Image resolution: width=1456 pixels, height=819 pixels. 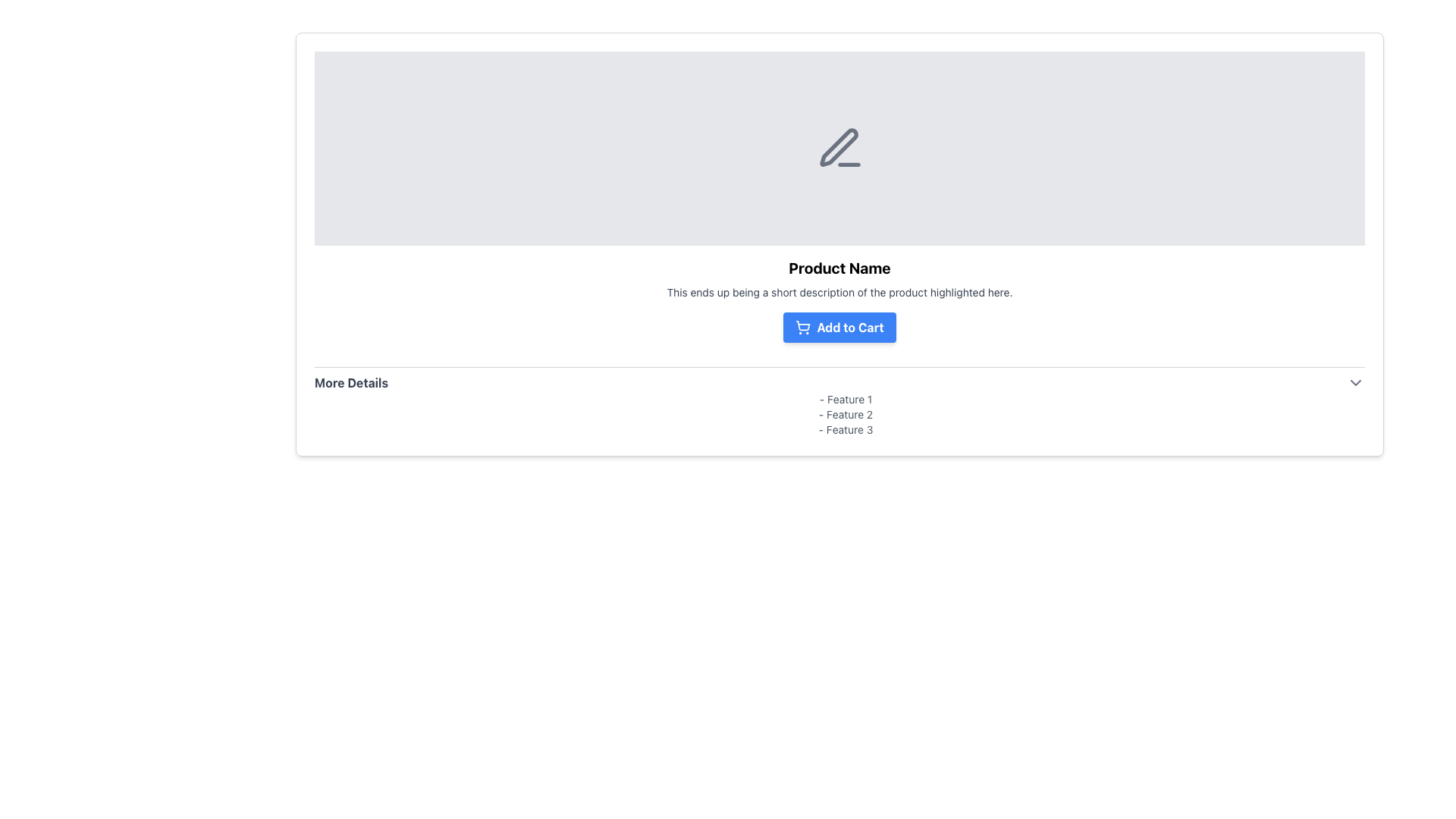 What do you see at coordinates (839, 268) in the screenshot?
I see `the title Text Label that serves as the name label for the surrounding product information, positioned above the descriptive text and the 'Add to Cart' button` at bounding box center [839, 268].